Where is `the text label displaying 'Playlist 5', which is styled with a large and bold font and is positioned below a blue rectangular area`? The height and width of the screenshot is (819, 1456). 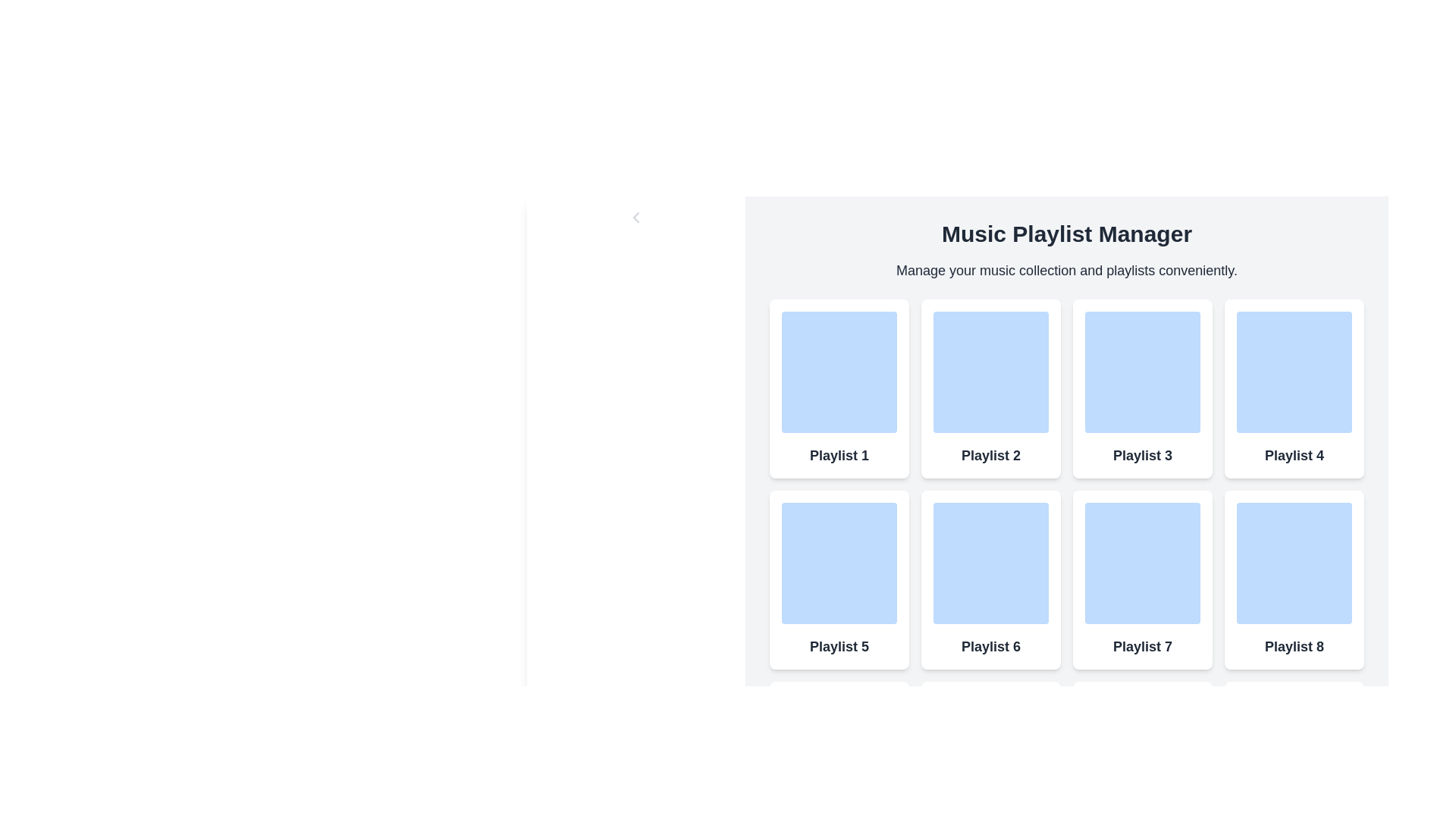 the text label displaying 'Playlist 5', which is styled with a large and bold font and is positioned below a blue rectangular area is located at coordinates (839, 646).